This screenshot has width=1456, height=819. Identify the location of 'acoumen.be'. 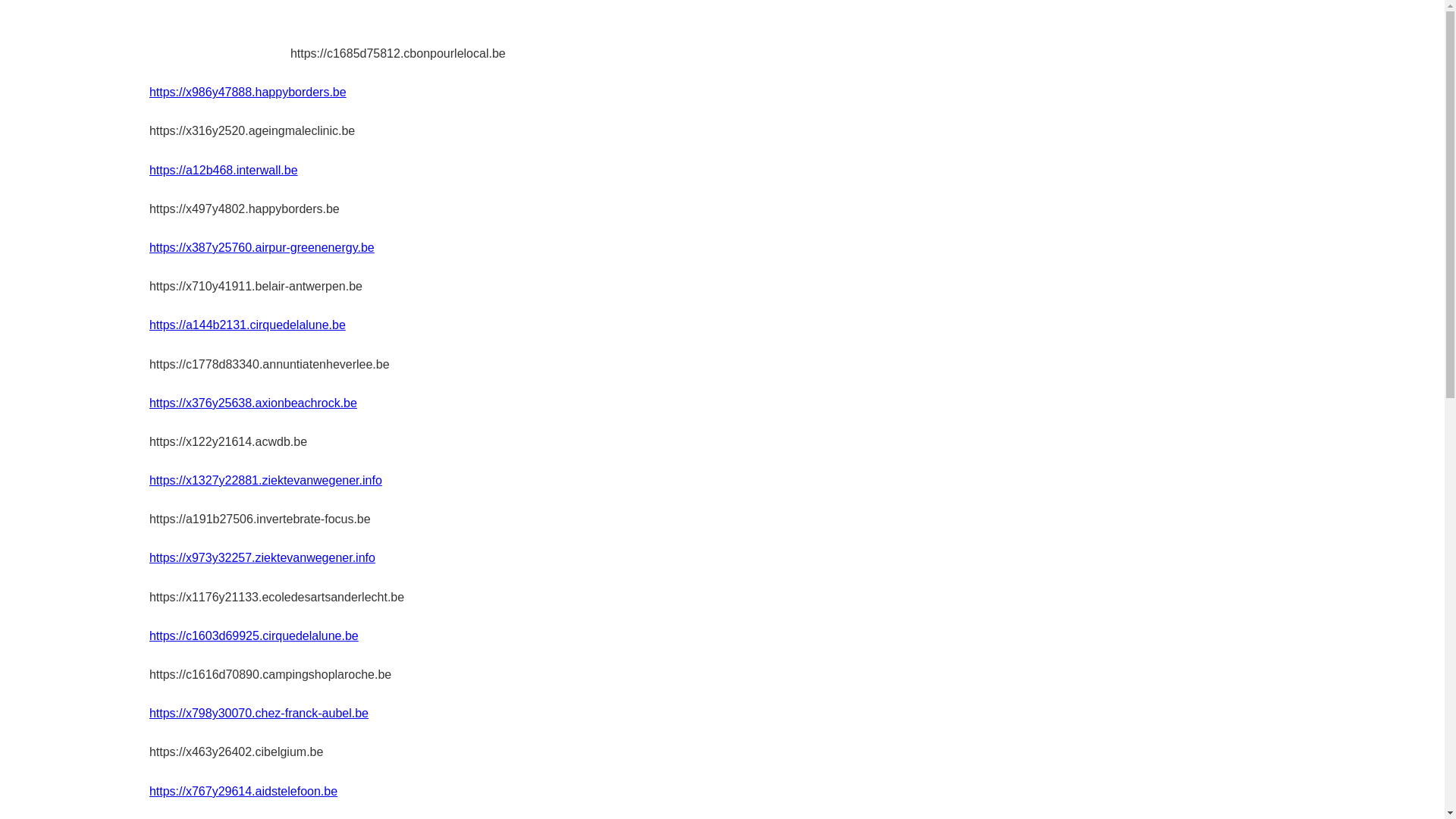
(149, 34).